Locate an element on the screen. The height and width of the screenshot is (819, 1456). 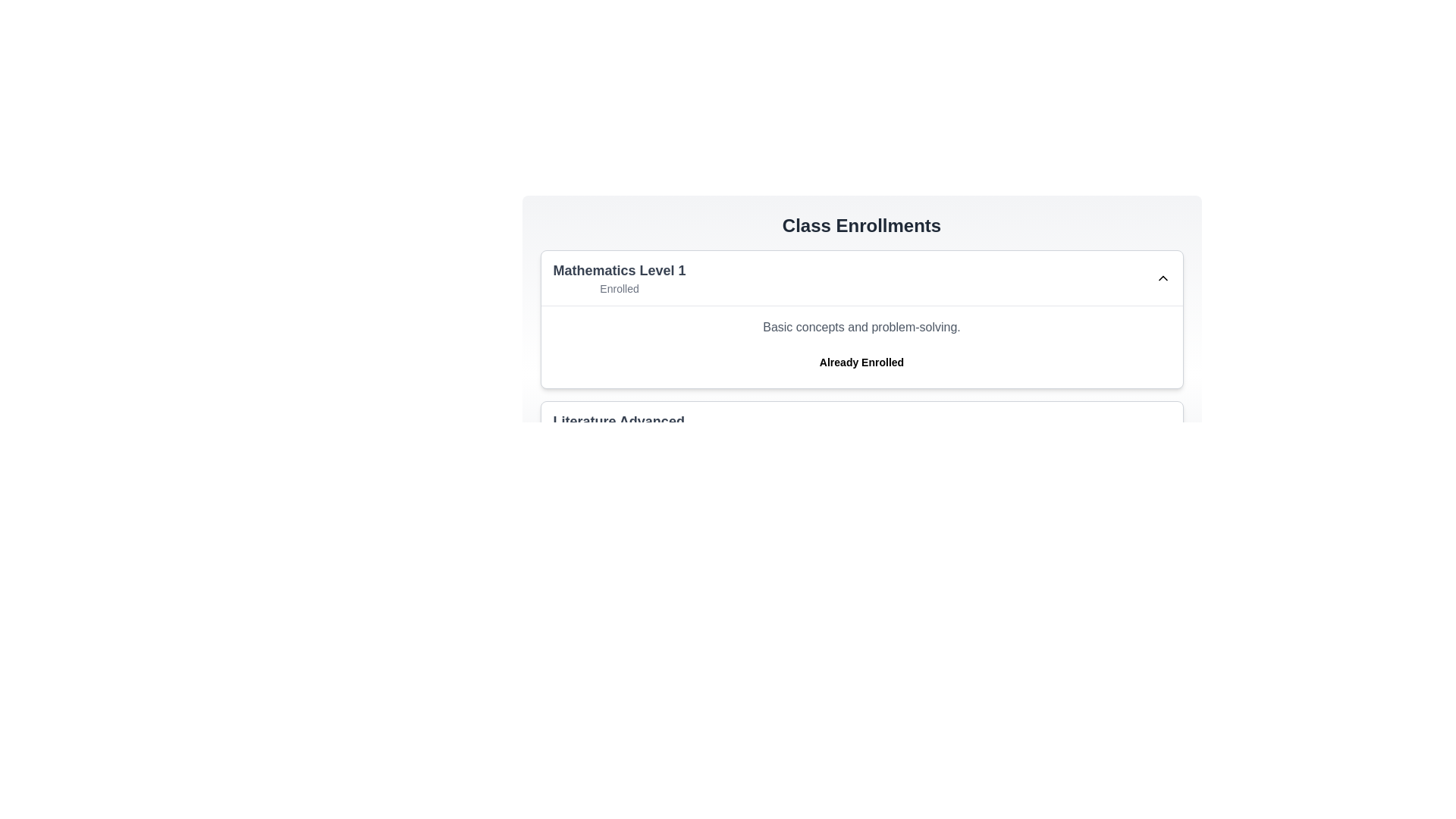
the compound text label component titled 'Mathematics Level 1' with the status indicator 'Enrolled' located in the top-left region of the 'Class Enrollments' section is located at coordinates (619, 278).